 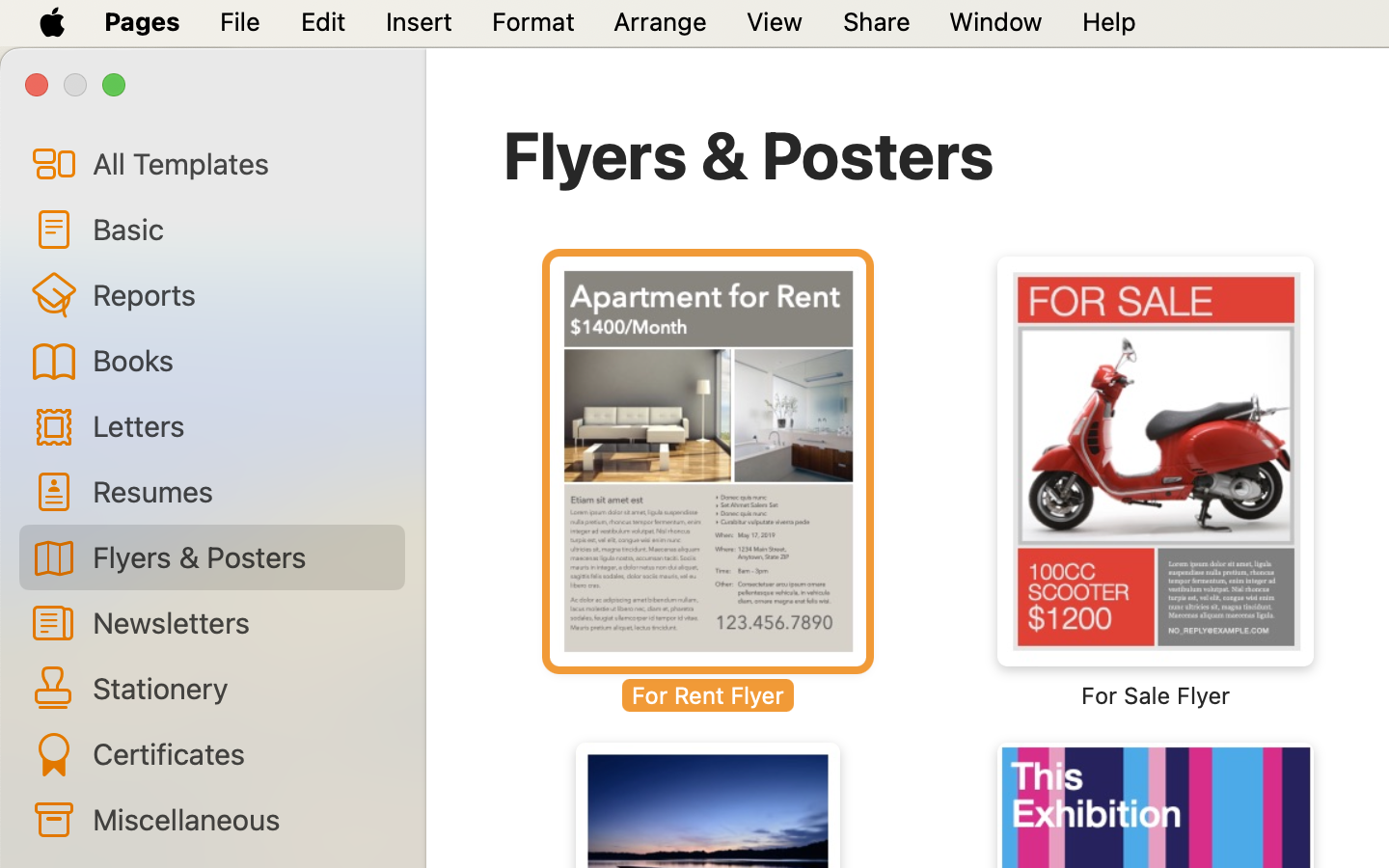 I want to click on 'Miscellaneous', so click(x=239, y=818).